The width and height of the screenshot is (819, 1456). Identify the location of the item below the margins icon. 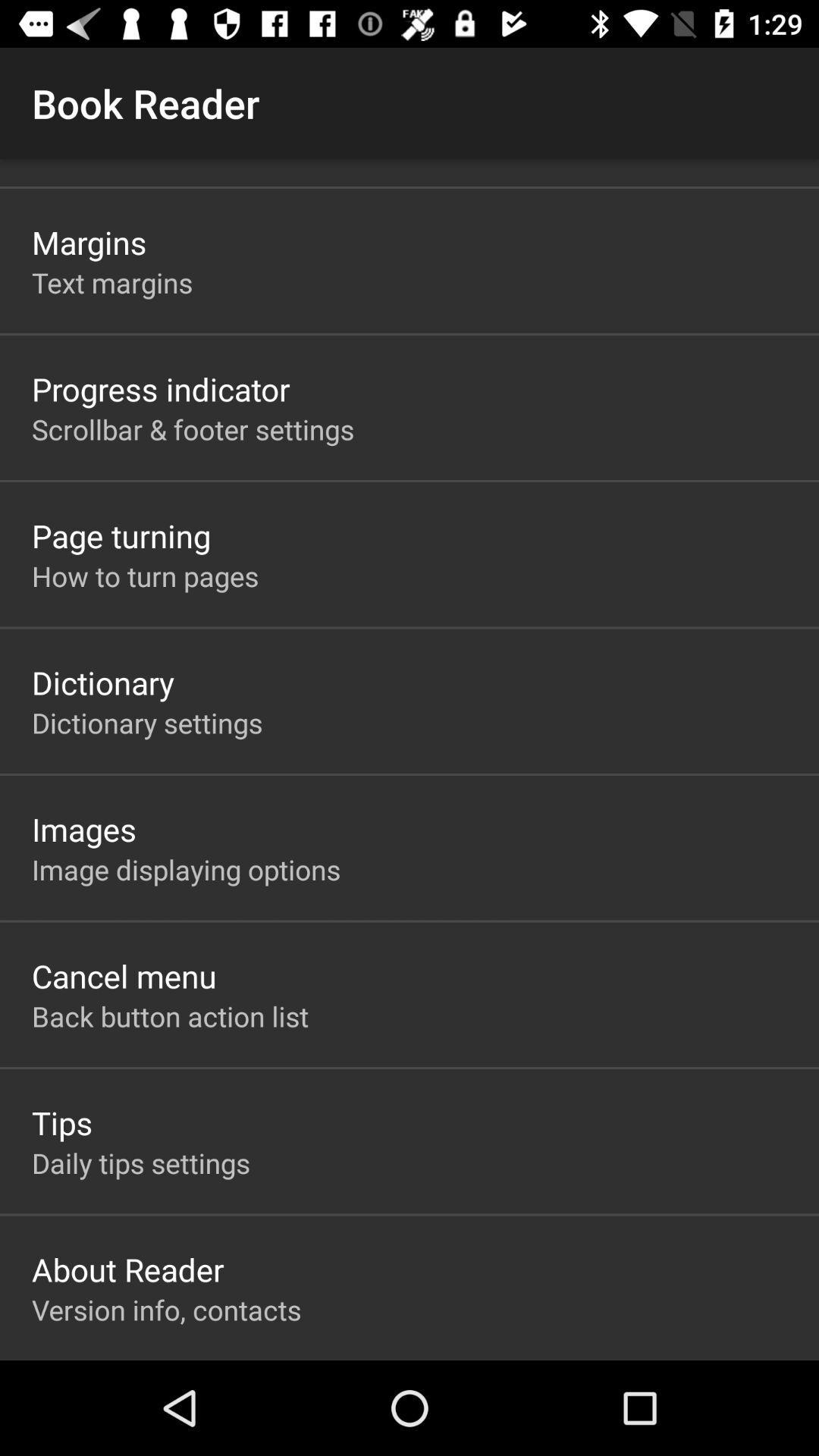
(111, 282).